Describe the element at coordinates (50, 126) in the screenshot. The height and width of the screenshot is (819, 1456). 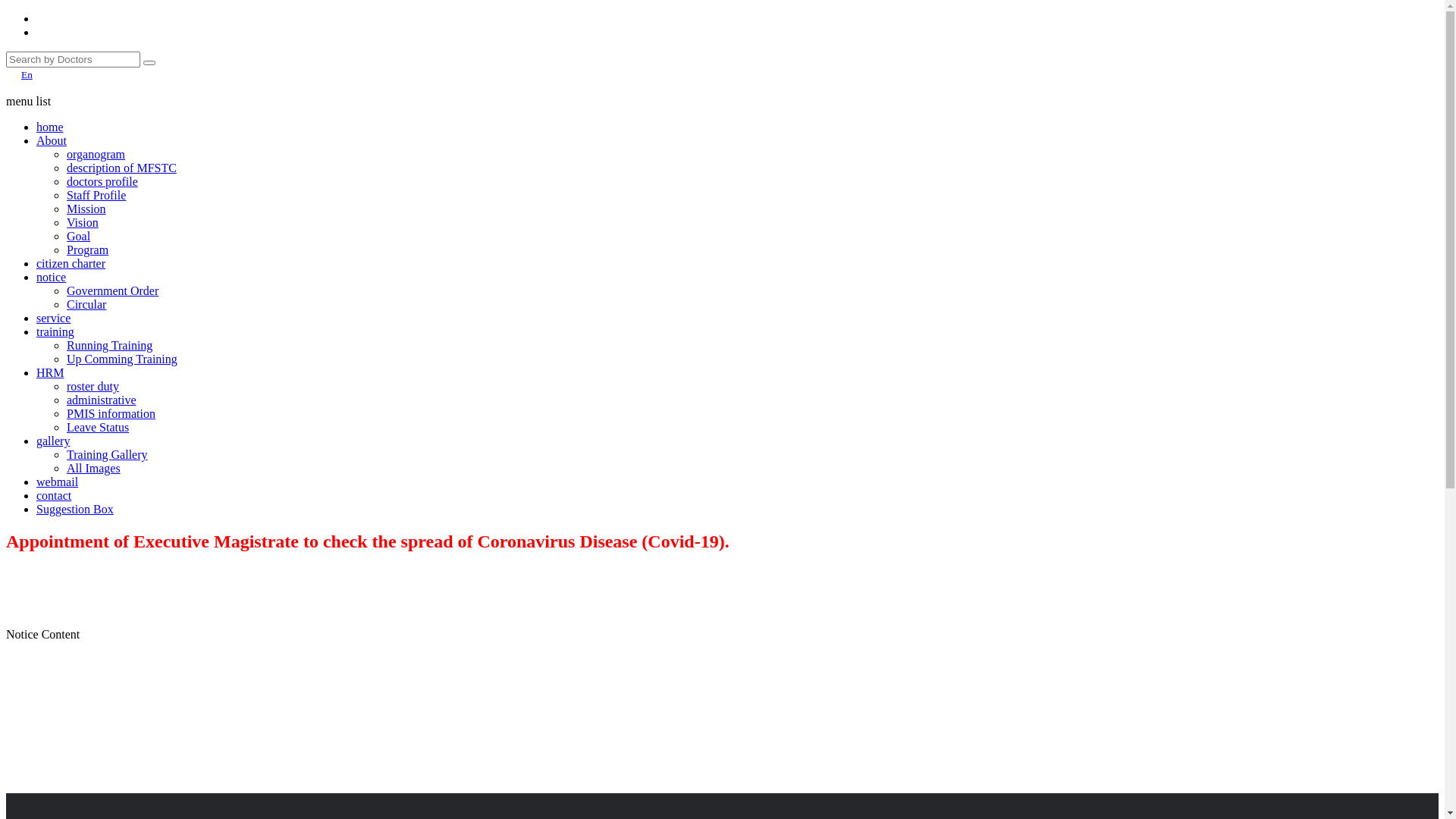
I see `'home'` at that location.